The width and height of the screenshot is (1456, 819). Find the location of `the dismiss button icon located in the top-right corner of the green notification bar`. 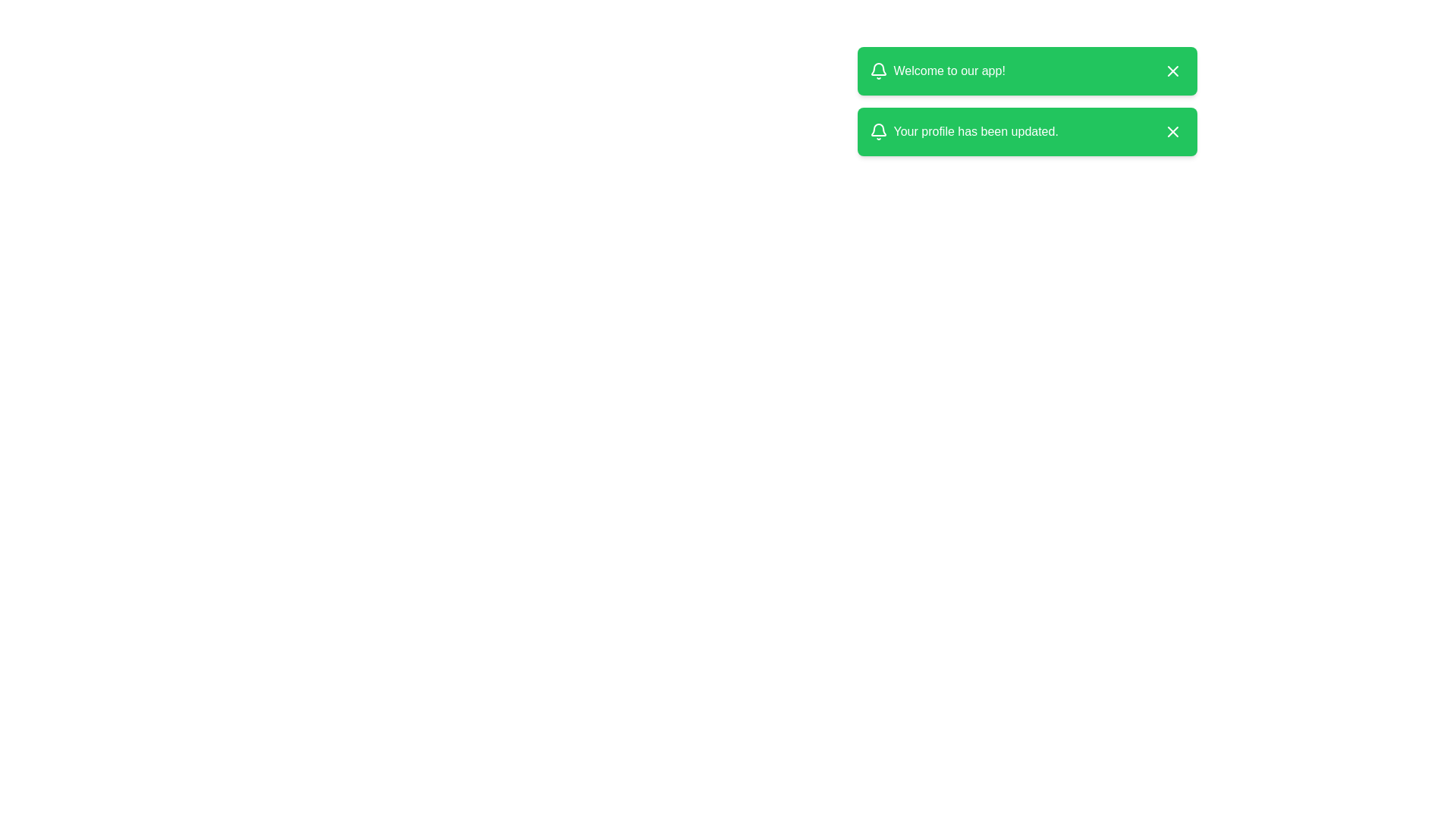

the dismiss button icon located in the top-right corner of the green notification bar is located at coordinates (1172, 71).